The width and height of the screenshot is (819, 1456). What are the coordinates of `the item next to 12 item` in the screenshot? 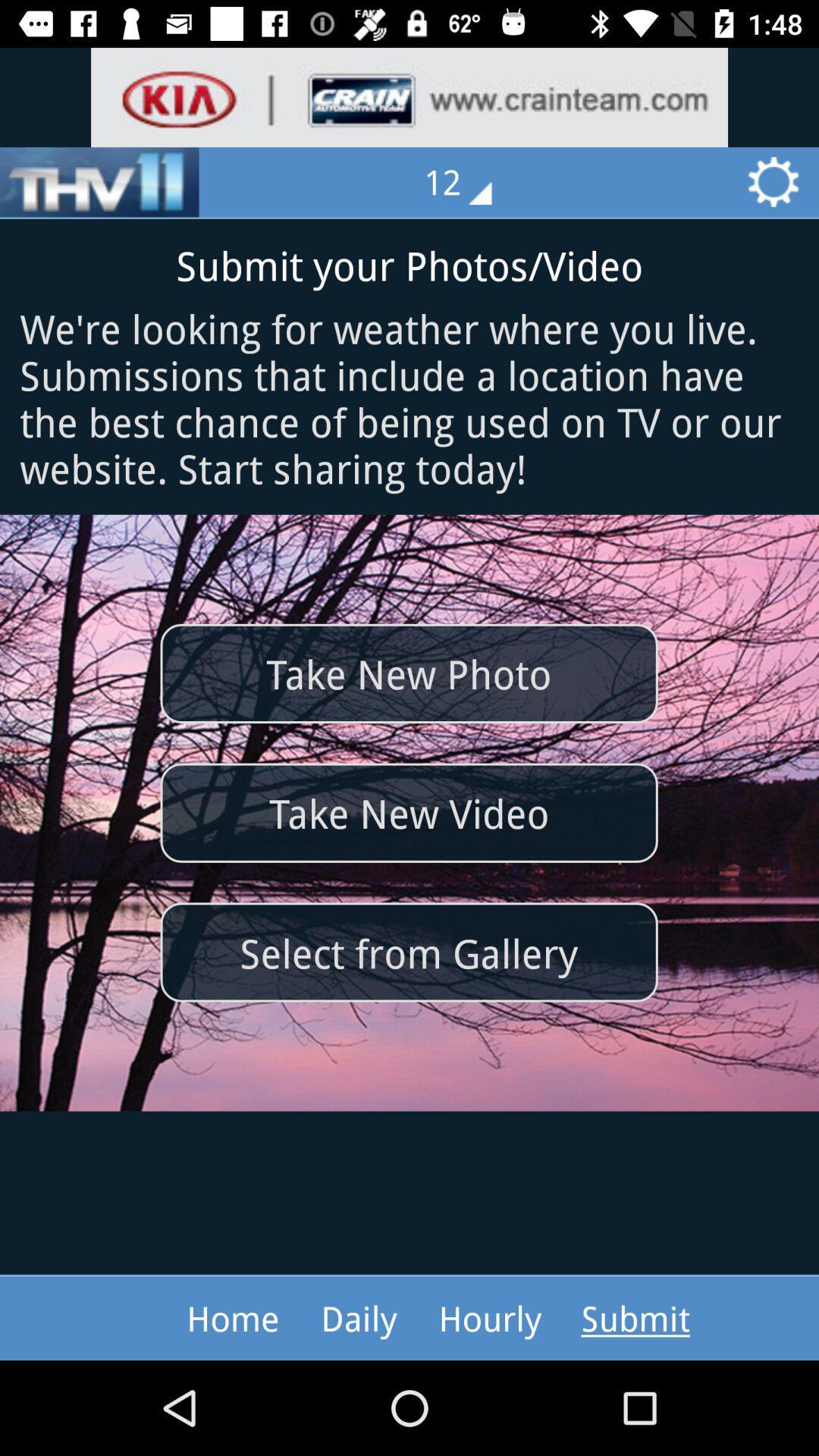 It's located at (99, 182).